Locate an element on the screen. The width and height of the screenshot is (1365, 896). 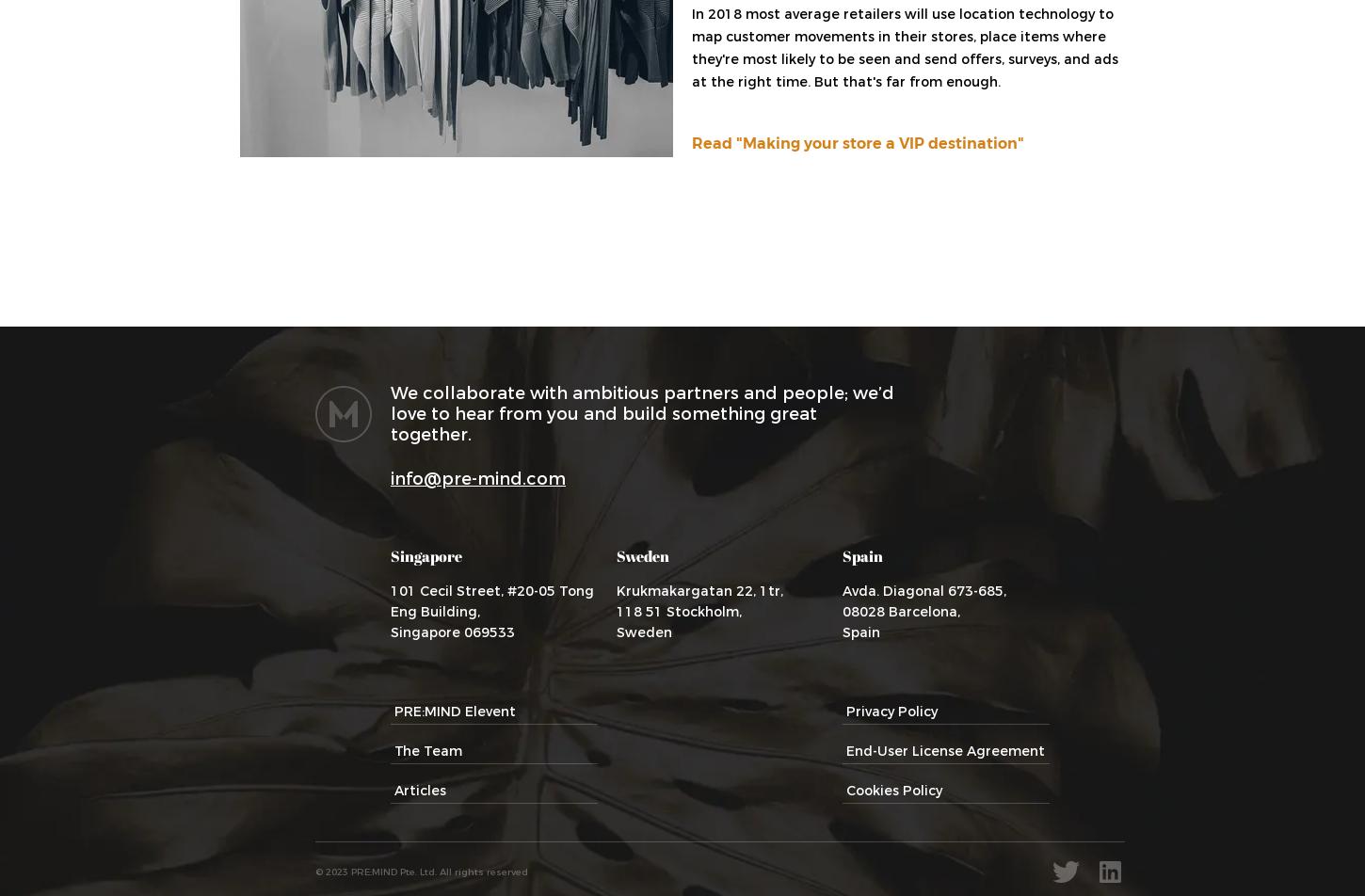
'info@pre-mind.com' is located at coordinates (477, 479).